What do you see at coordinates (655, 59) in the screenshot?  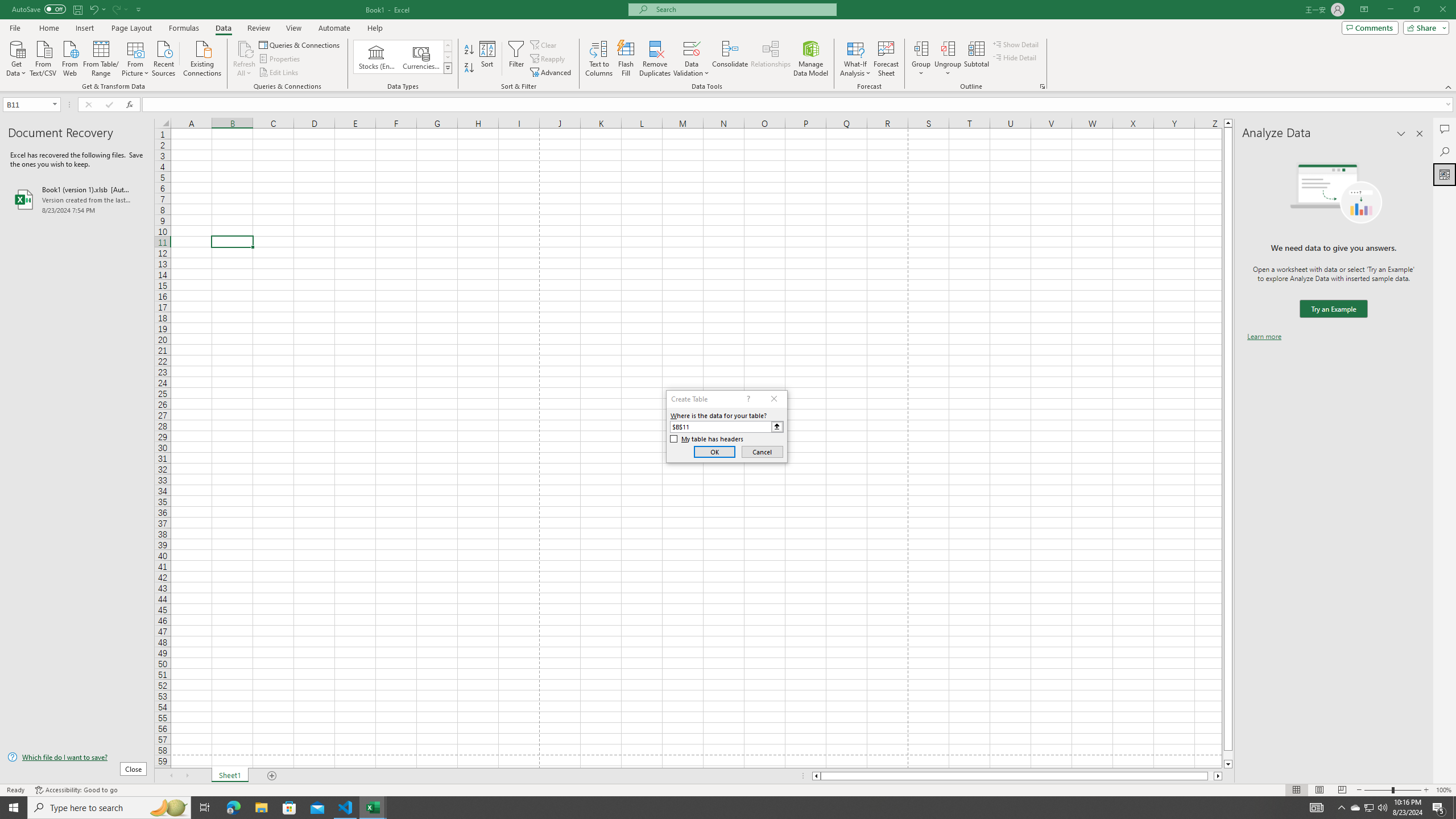 I see `'Remove Duplicates'` at bounding box center [655, 59].